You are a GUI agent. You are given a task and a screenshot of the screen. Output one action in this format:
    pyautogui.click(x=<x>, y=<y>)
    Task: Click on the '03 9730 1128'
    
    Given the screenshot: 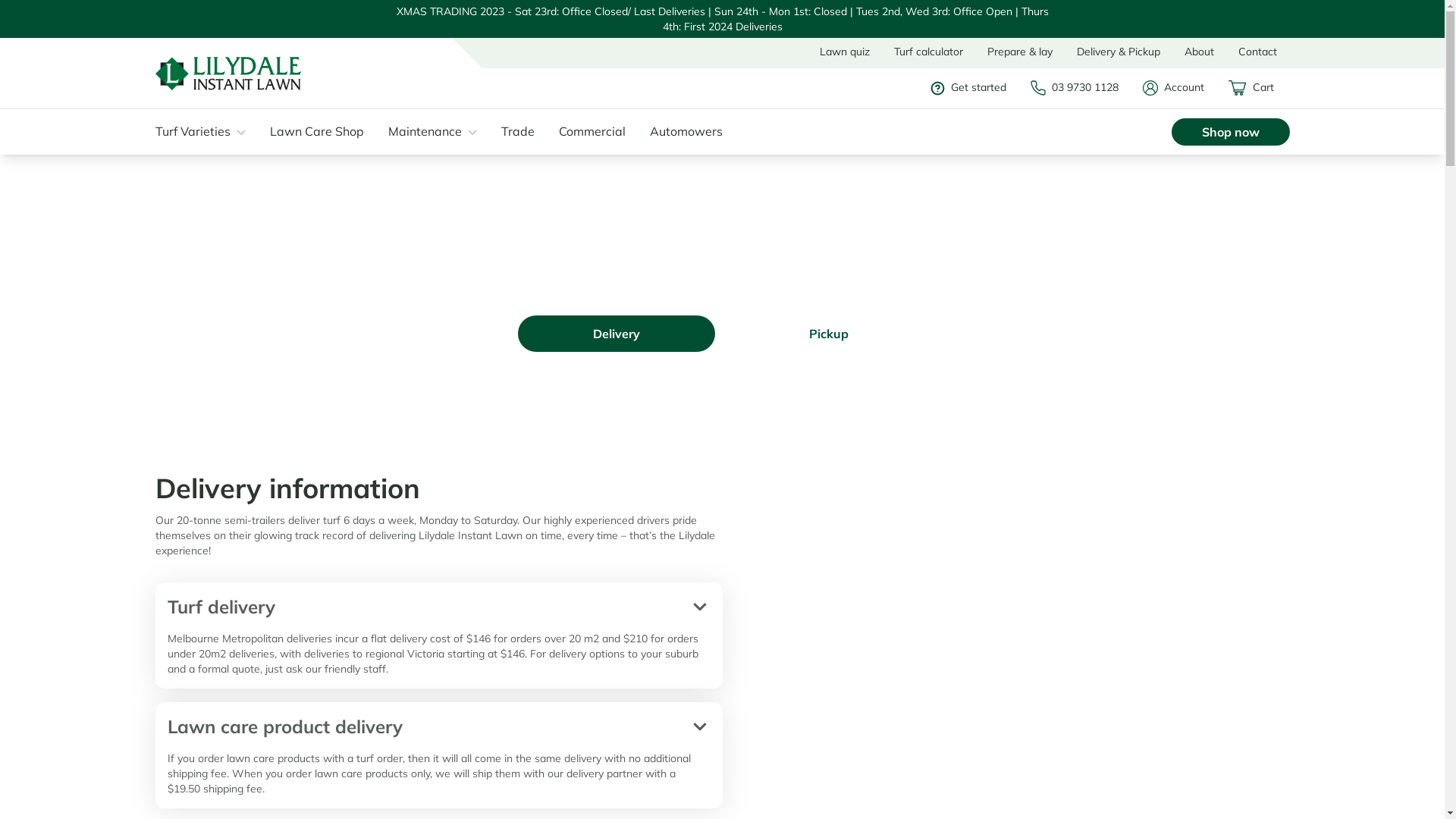 What is the action you would take?
    pyautogui.click(x=1081, y=87)
    